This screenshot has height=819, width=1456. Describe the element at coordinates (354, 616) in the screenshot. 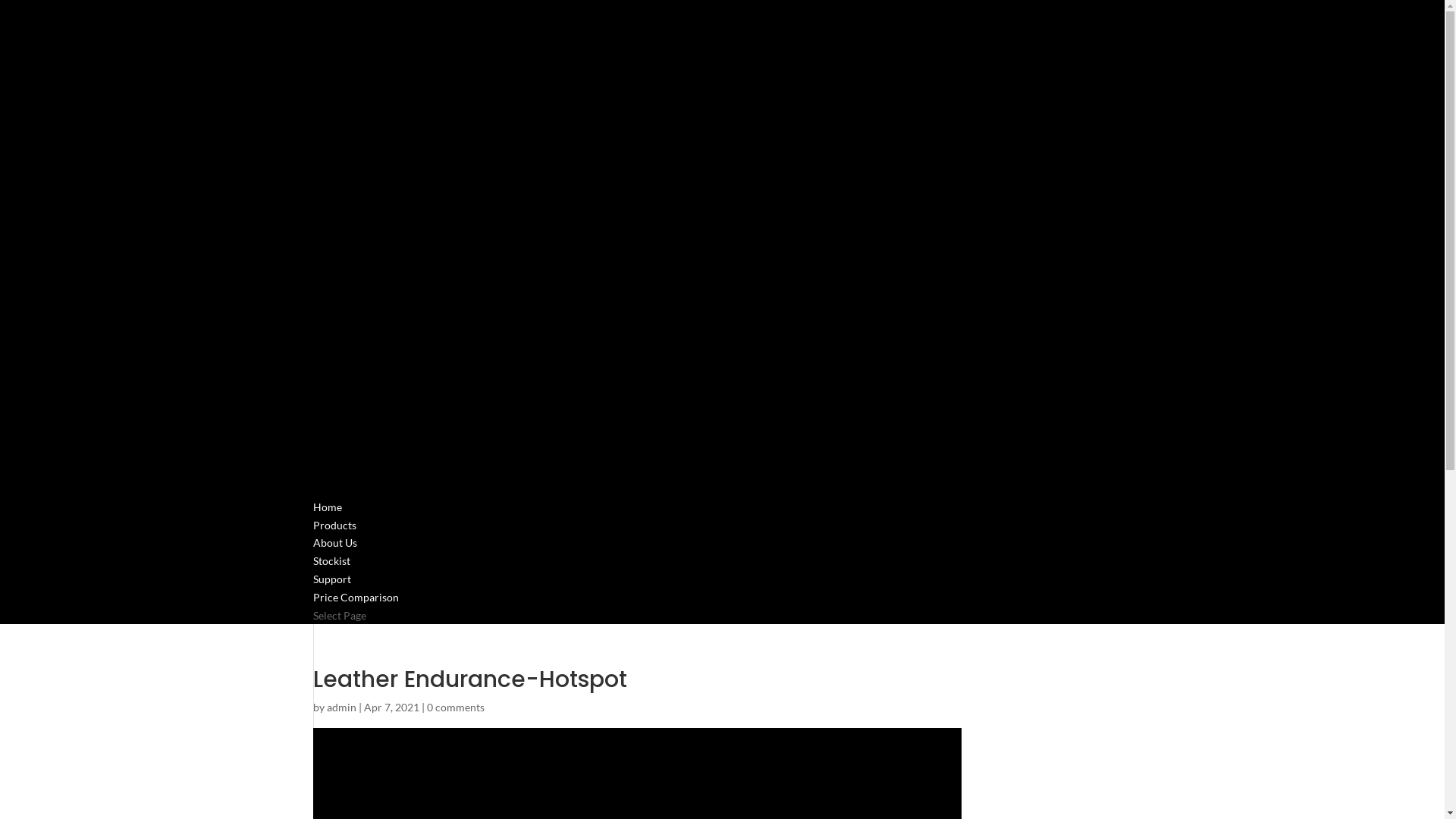

I see `'Price Comparison'` at that location.